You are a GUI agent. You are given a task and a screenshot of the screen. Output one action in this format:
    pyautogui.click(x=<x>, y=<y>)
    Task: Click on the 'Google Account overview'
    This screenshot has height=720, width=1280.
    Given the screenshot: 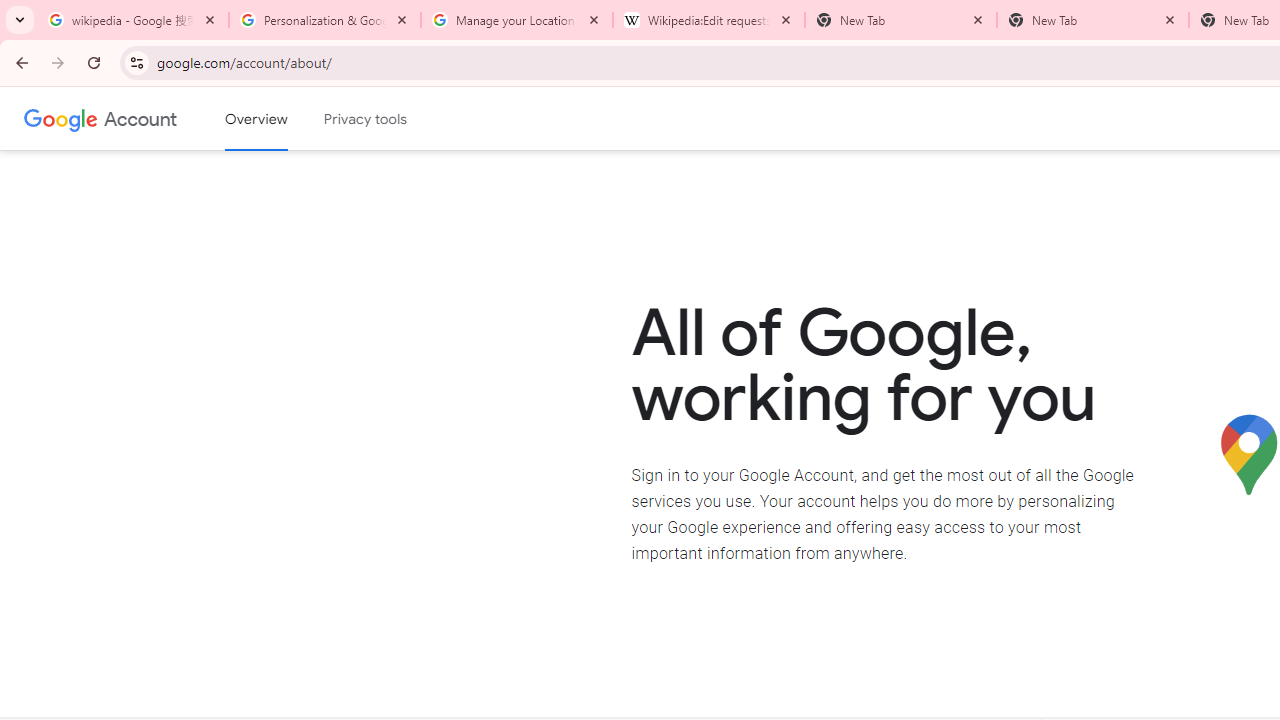 What is the action you would take?
    pyautogui.click(x=255, y=119)
    